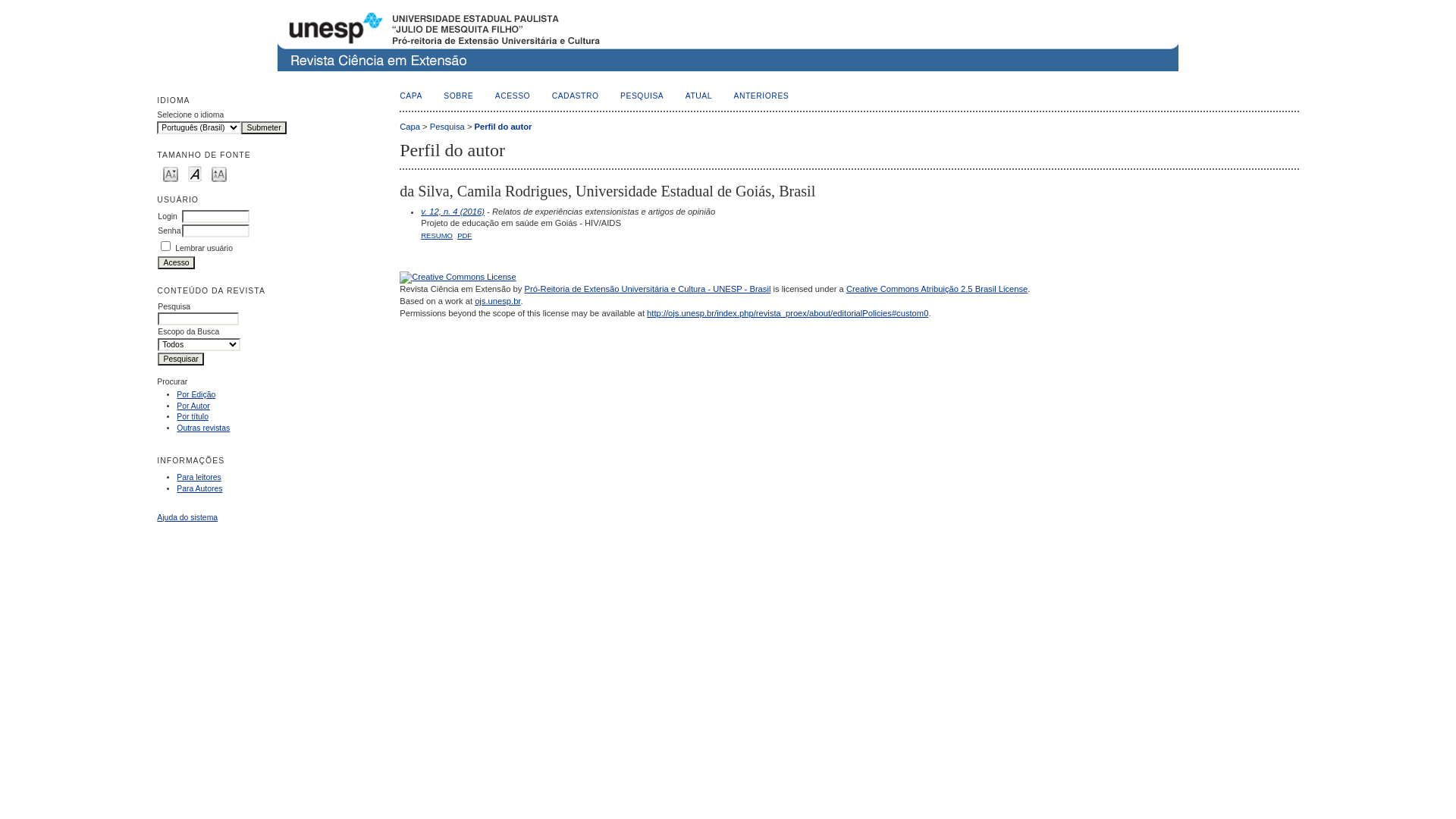  What do you see at coordinates (494, 96) in the screenshot?
I see `'ACESSO'` at bounding box center [494, 96].